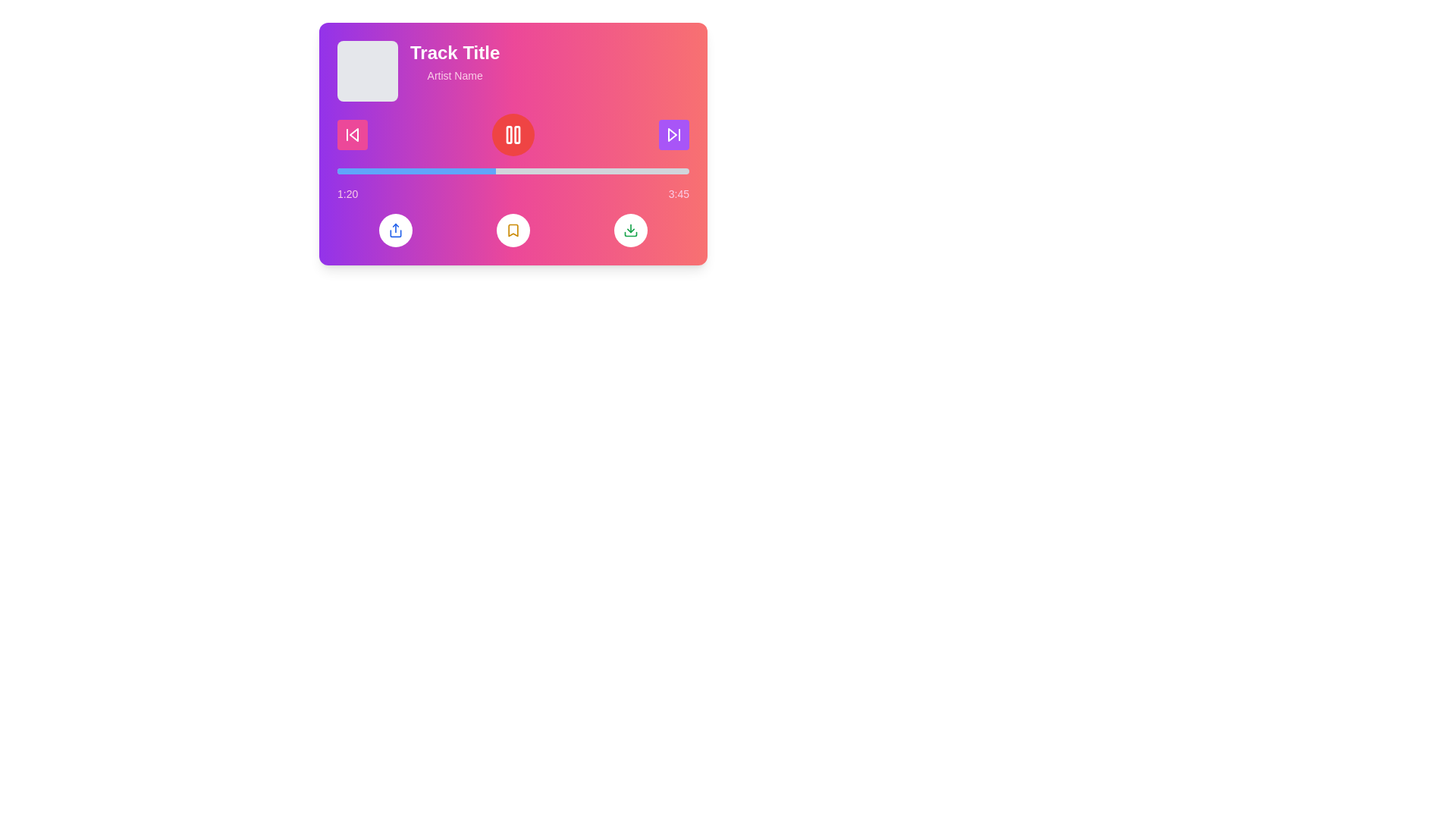 The width and height of the screenshot is (1456, 819). Describe the element at coordinates (513, 231) in the screenshot. I see `the middle circular button for bookmarking located beneath the progress bar of the media player interface` at that location.